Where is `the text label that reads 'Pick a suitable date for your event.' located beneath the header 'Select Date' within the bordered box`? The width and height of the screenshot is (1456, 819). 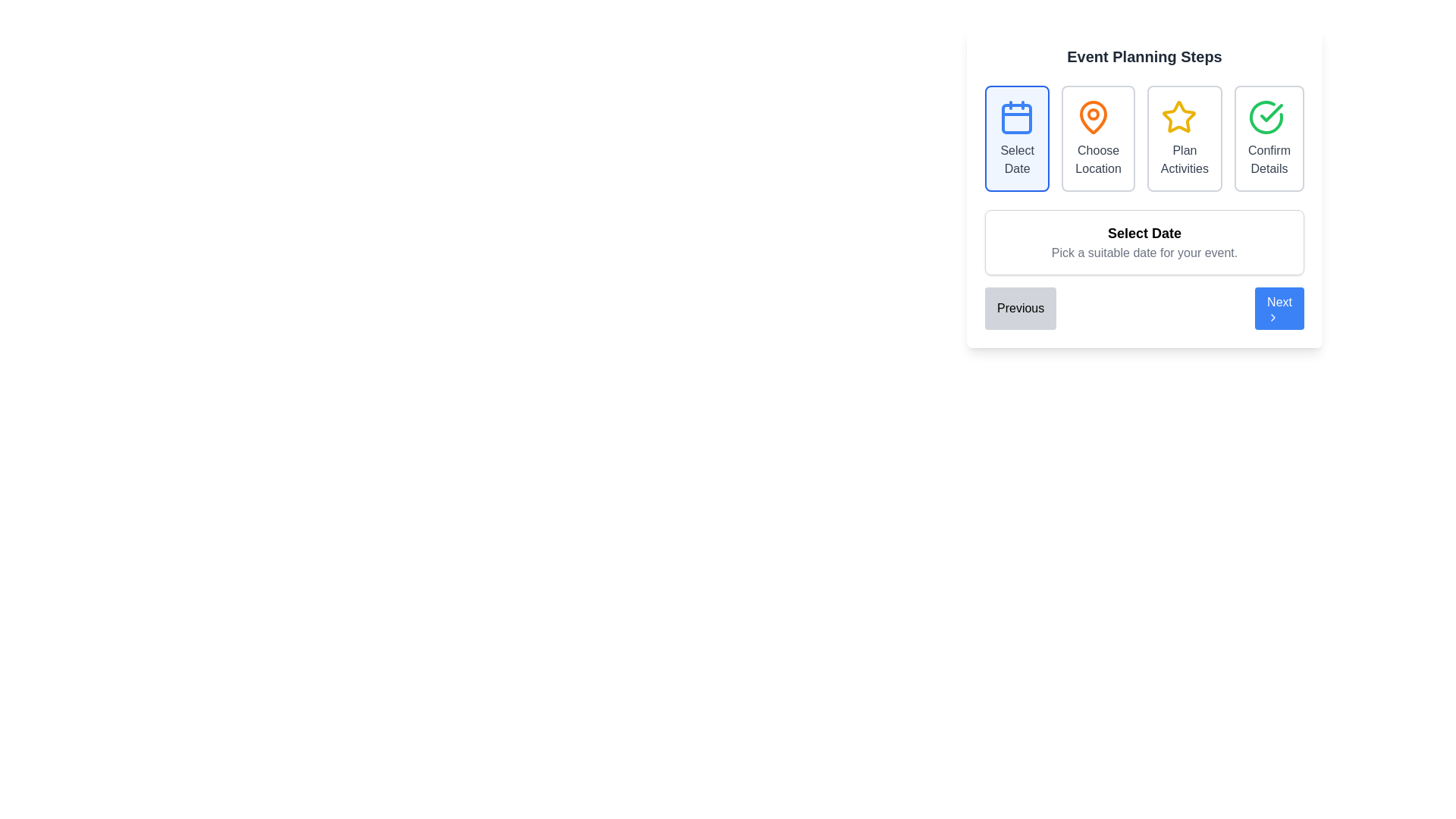 the text label that reads 'Pick a suitable date for your event.' located beneath the header 'Select Date' within the bordered box is located at coordinates (1144, 253).